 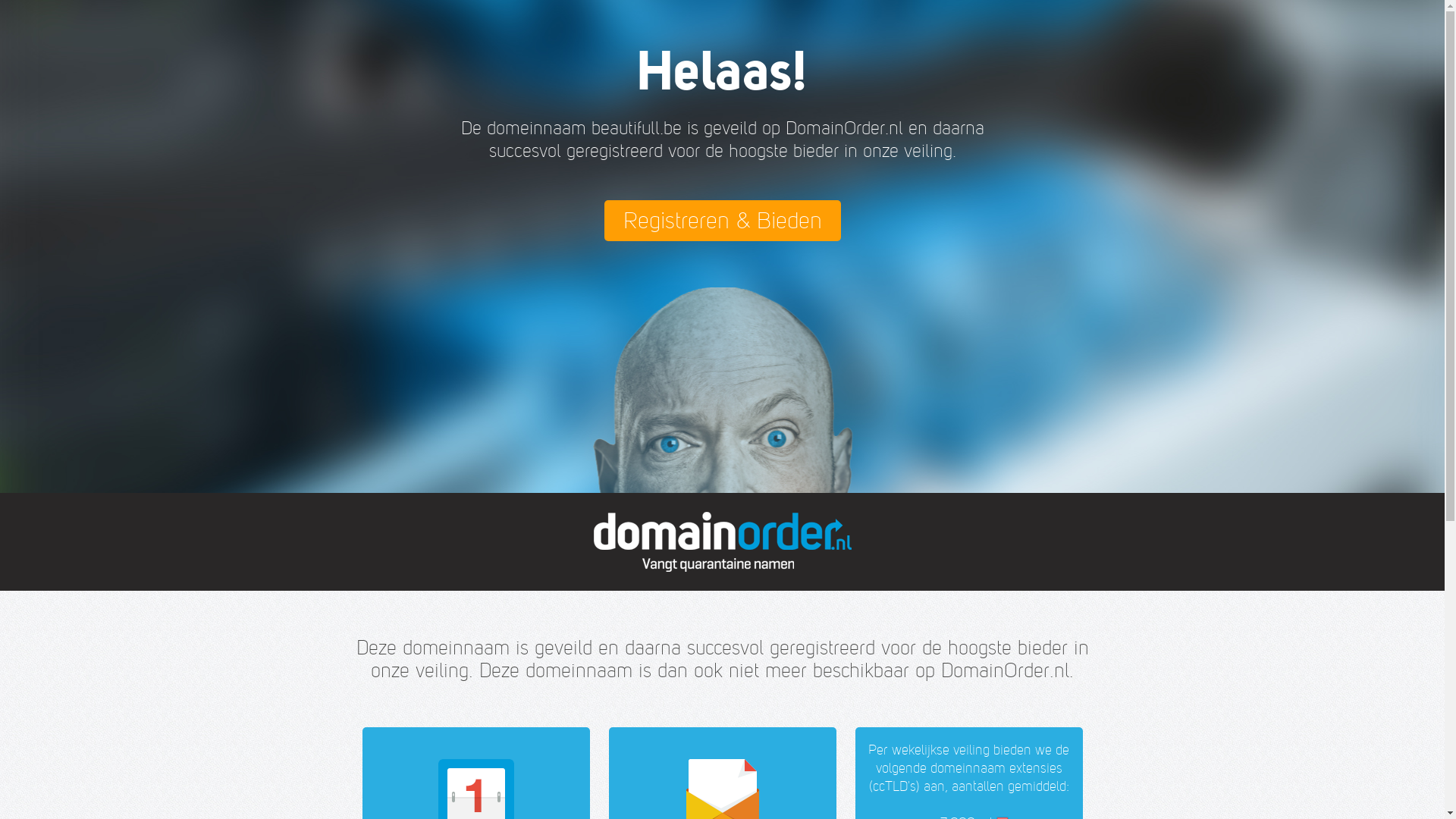 I want to click on 'Registreren & Bieden', so click(x=720, y=220).